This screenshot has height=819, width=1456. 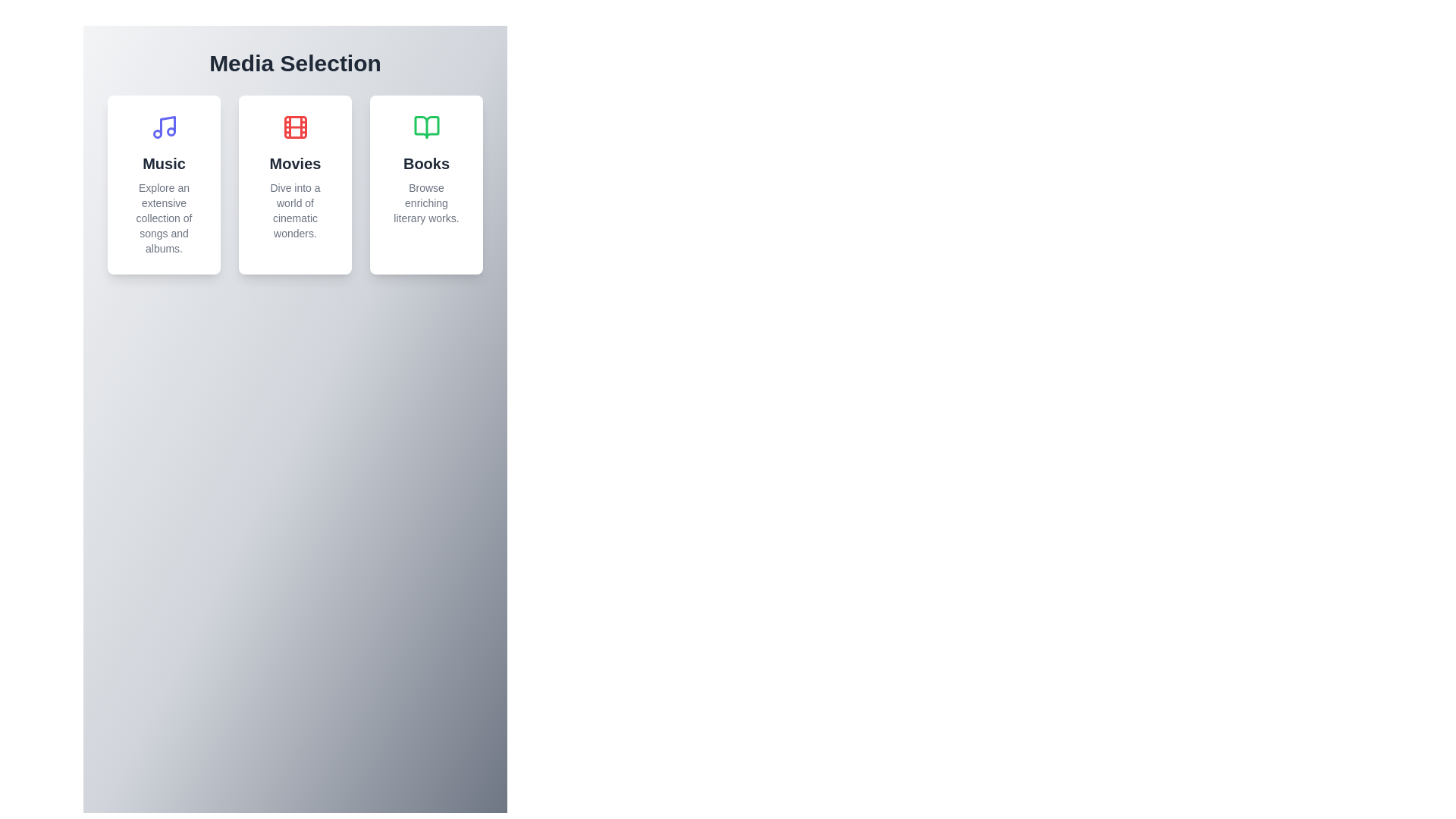 What do you see at coordinates (425, 164) in the screenshot?
I see `text label that serves as the title for the card, located in the middle section of the rightmost card, positioned below the green book icon and above the descriptive text 'Browse enriching literary works.'` at bounding box center [425, 164].